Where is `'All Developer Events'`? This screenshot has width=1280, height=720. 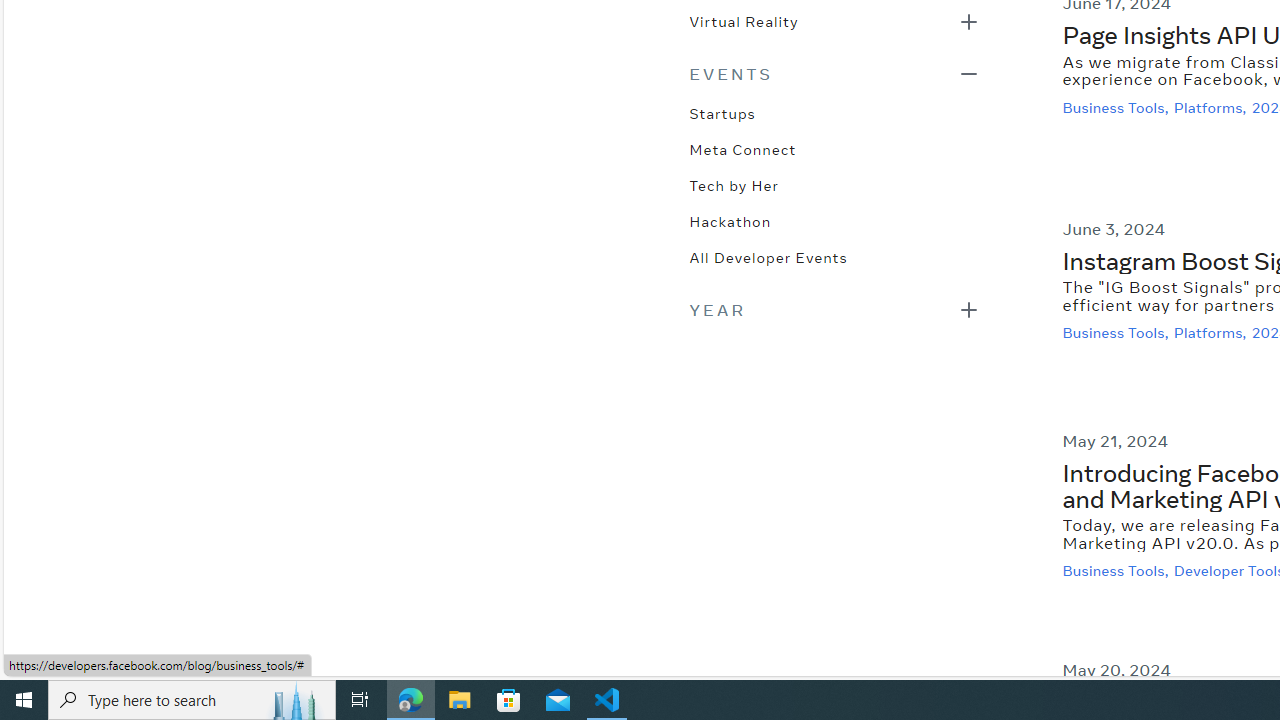
'All Developer Events' is located at coordinates (767, 254).